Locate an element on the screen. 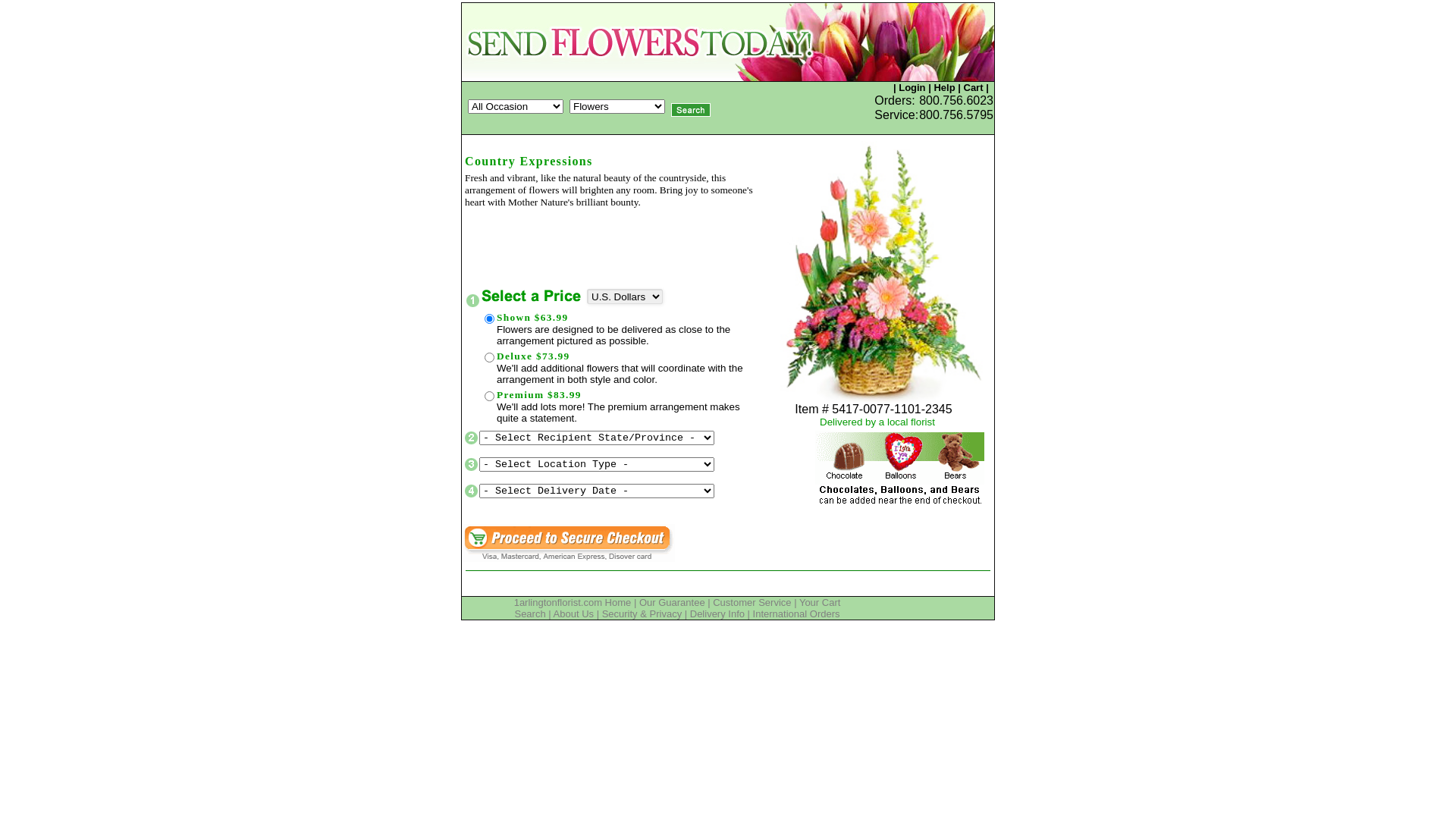 The image size is (1456, 819). 'Cart' is located at coordinates (962, 87).